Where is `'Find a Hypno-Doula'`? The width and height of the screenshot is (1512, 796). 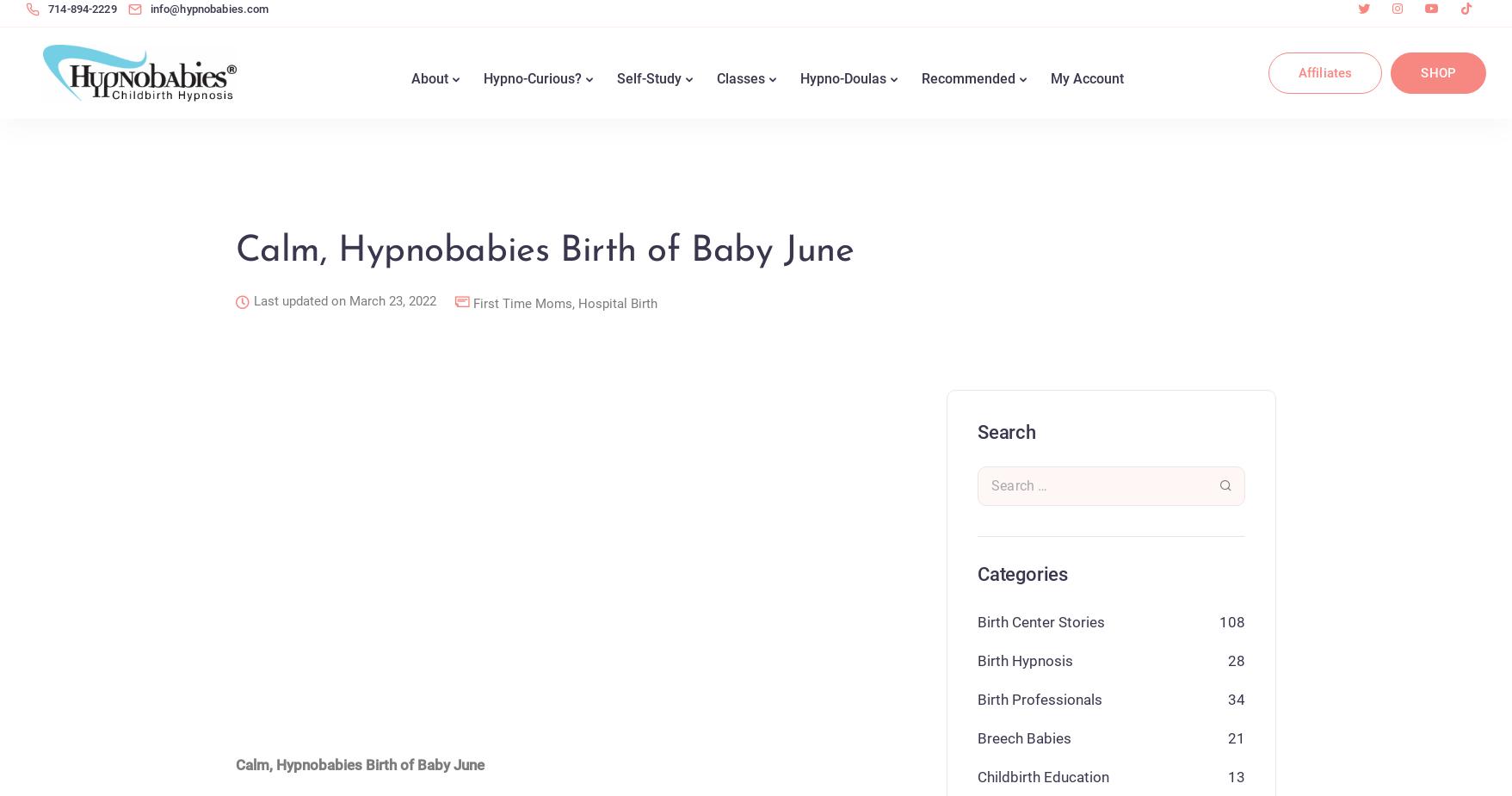
'Find a Hypno-Doula' is located at coordinates (798, 179).